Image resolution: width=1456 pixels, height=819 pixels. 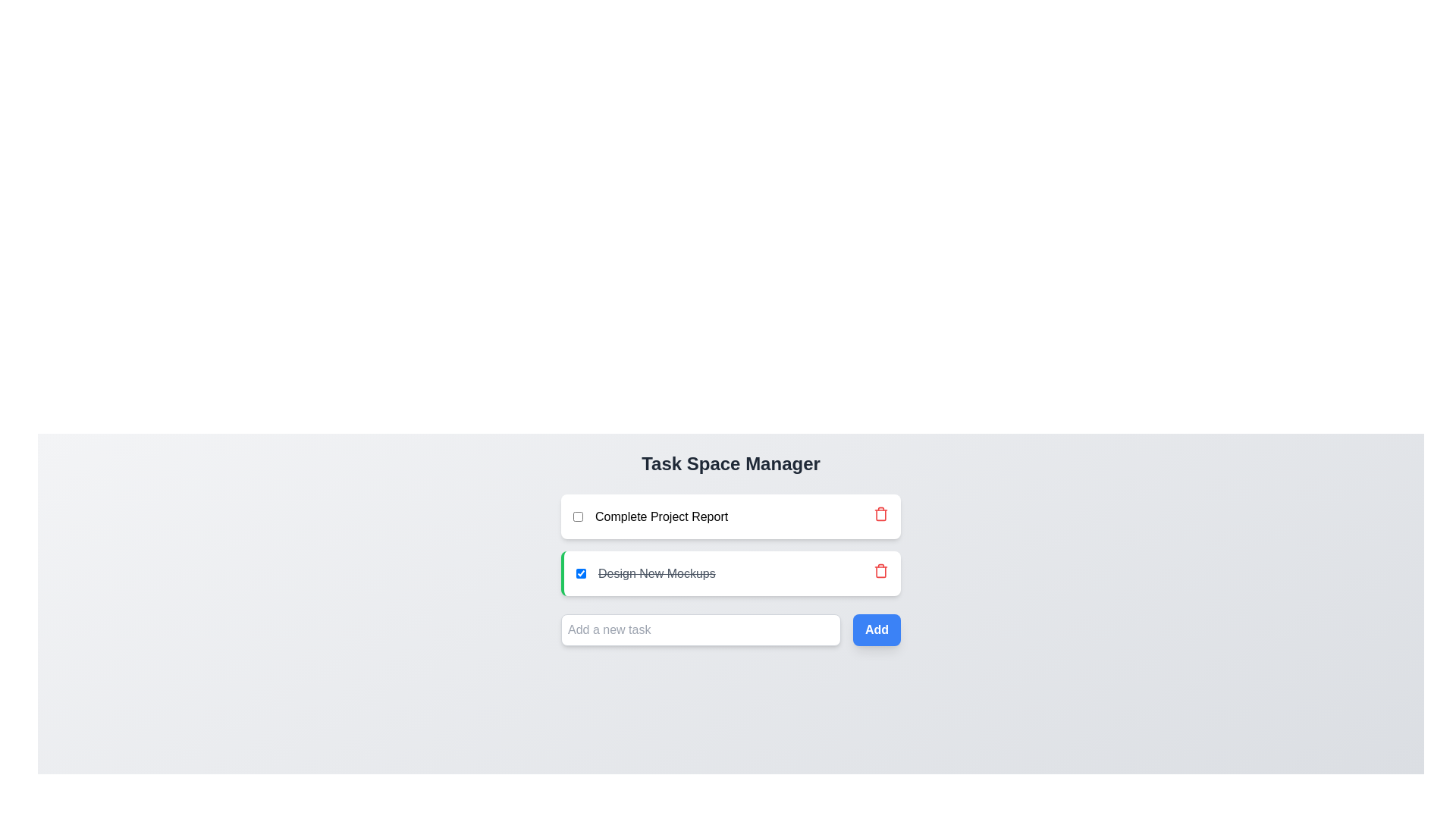 What do you see at coordinates (661, 516) in the screenshot?
I see `the non-interactive Text label displaying the task title, which is positioned directly to the right of an interactive checkbox under 'Task Space Manager'` at bounding box center [661, 516].